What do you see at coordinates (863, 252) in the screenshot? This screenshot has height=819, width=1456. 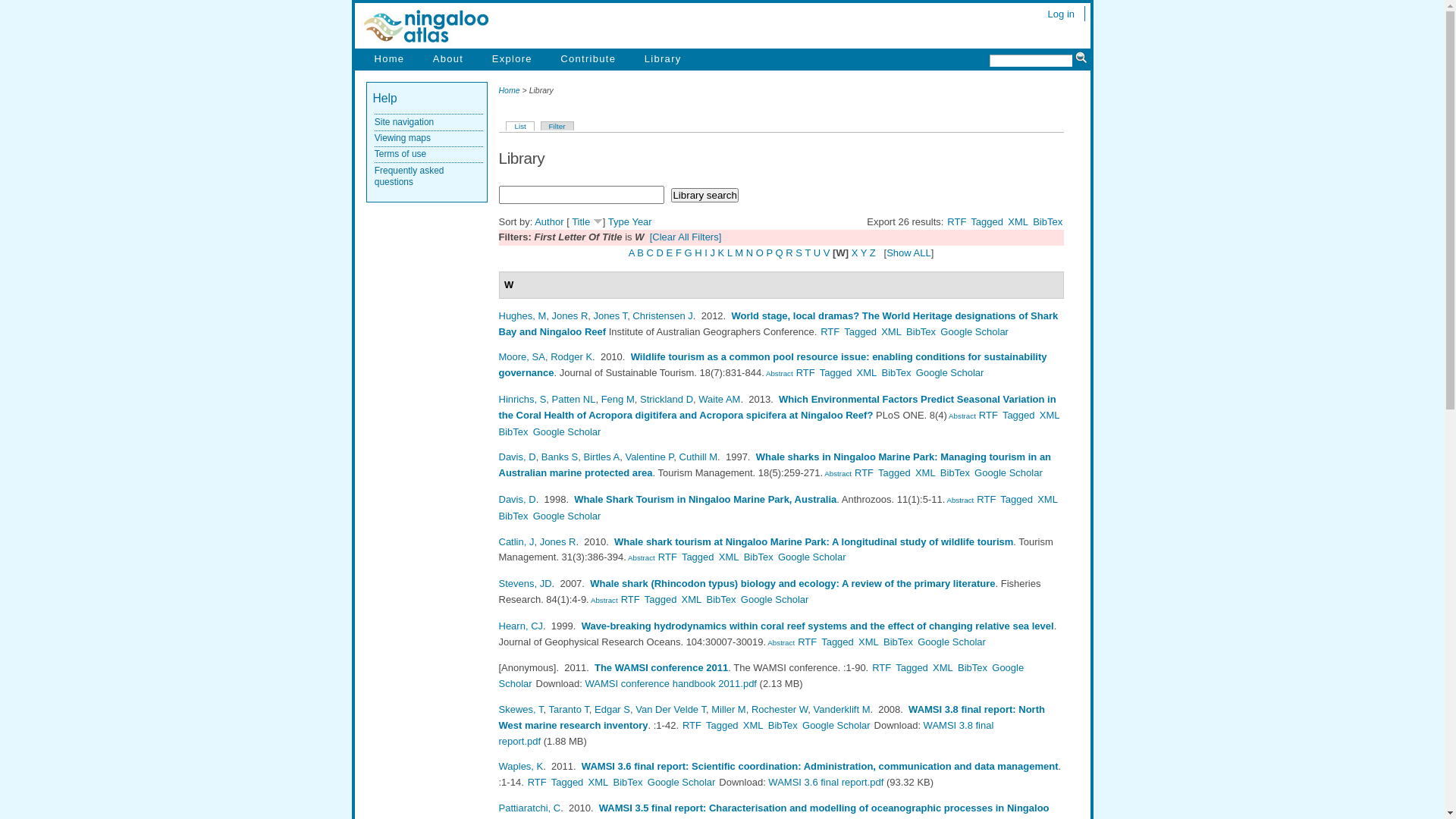 I see `'Y'` at bounding box center [863, 252].